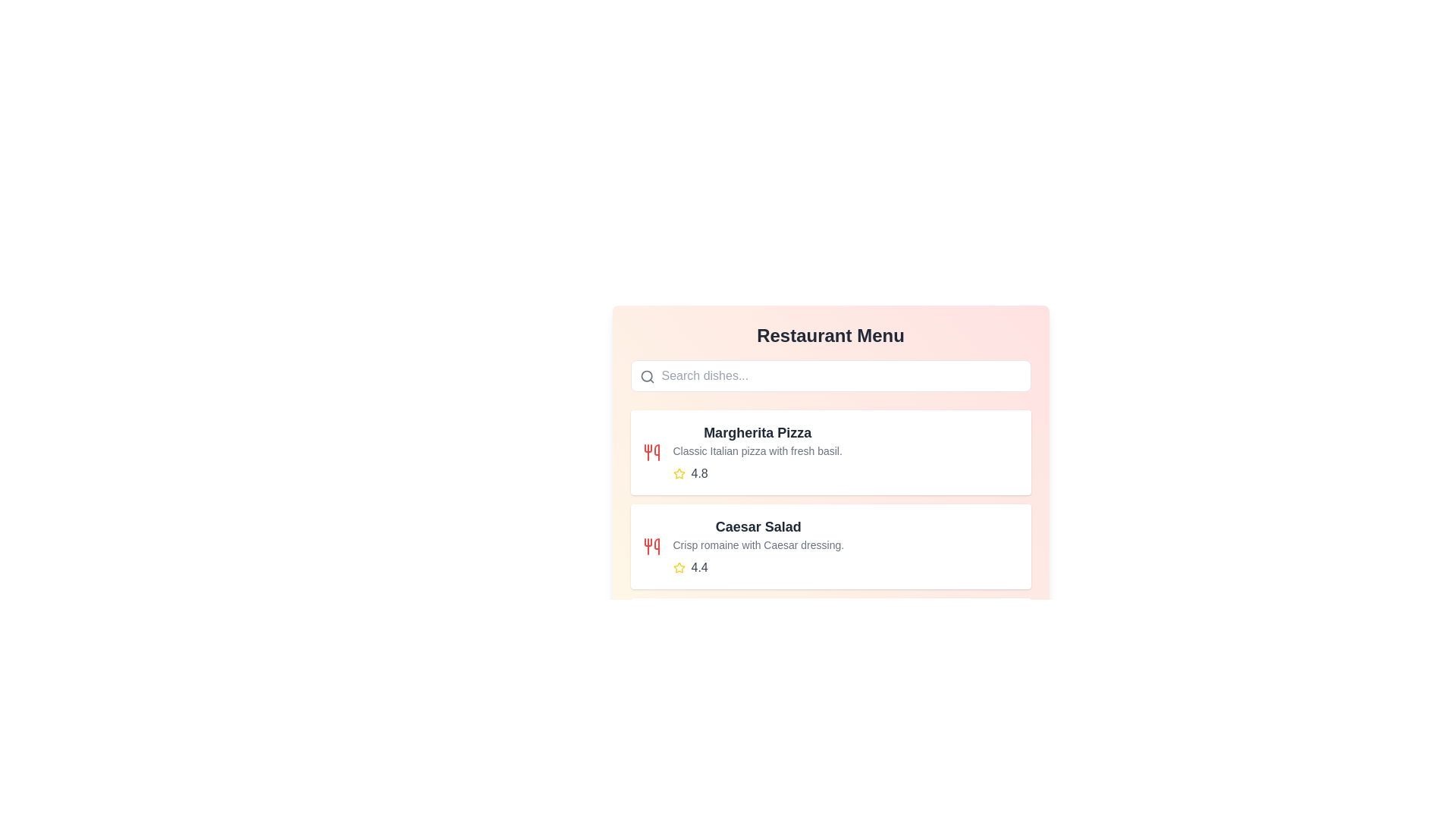 This screenshot has height=819, width=1456. Describe the element at coordinates (648, 447) in the screenshot. I see `the left stem of the utensil icon, which is a short vertical line positioned on the leftmost side of the 'Margherita Pizza' item in the menu list` at that location.